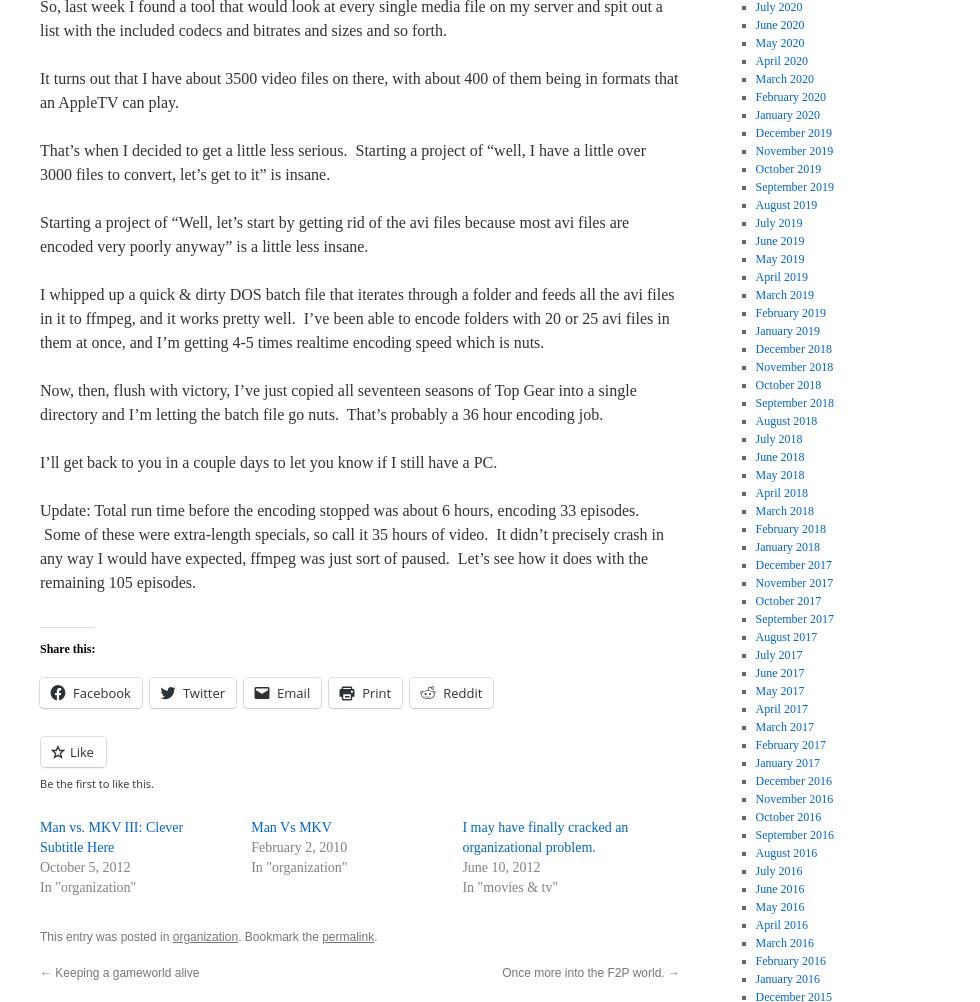 The image size is (980, 1002). Describe the element at coordinates (784, 78) in the screenshot. I see `'March 2020'` at that location.